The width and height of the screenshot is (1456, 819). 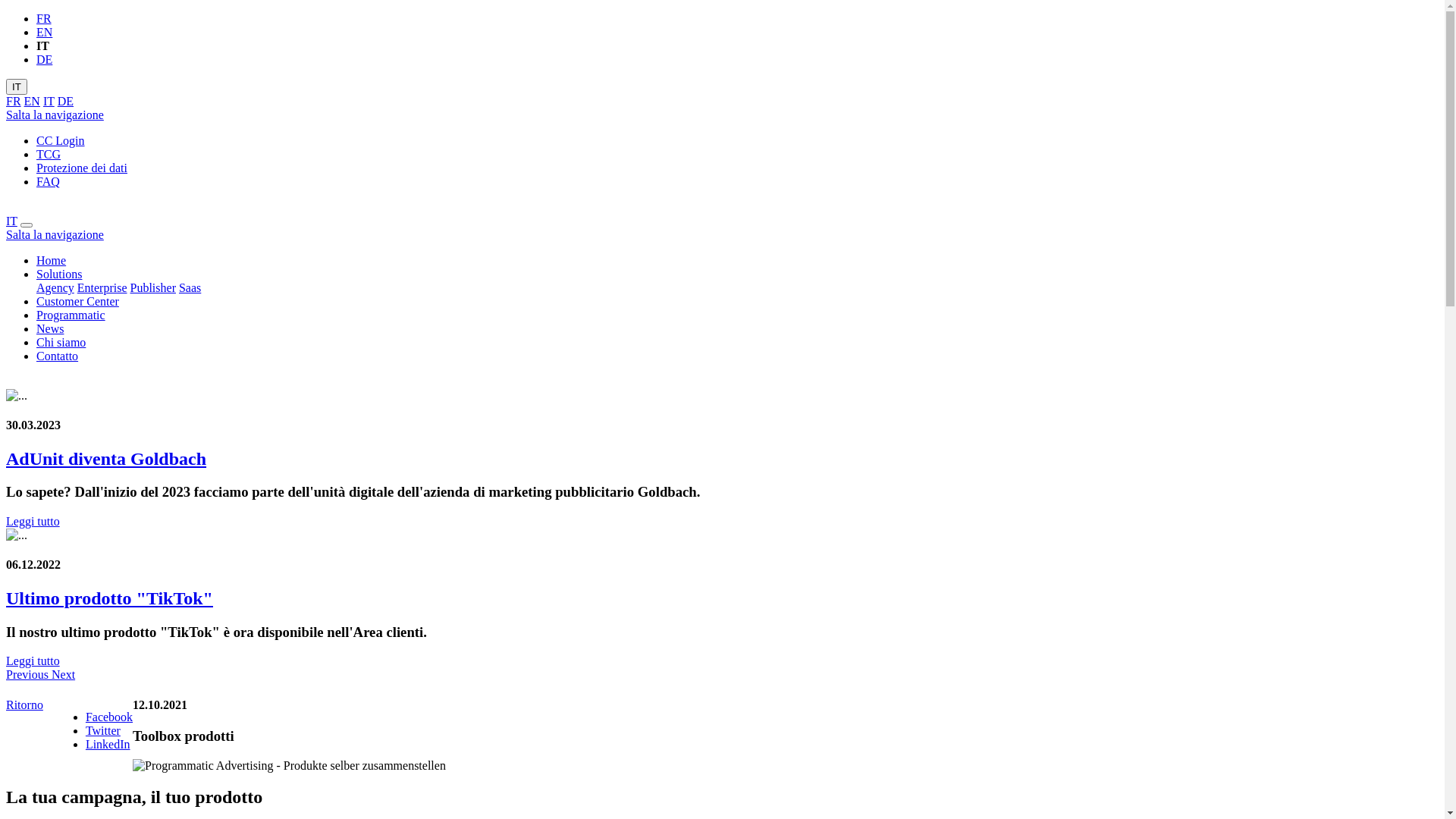 What do you see at coordinates (17, 86) in the screenshot?
I see `'IT'` at bounding box center [17, 86].